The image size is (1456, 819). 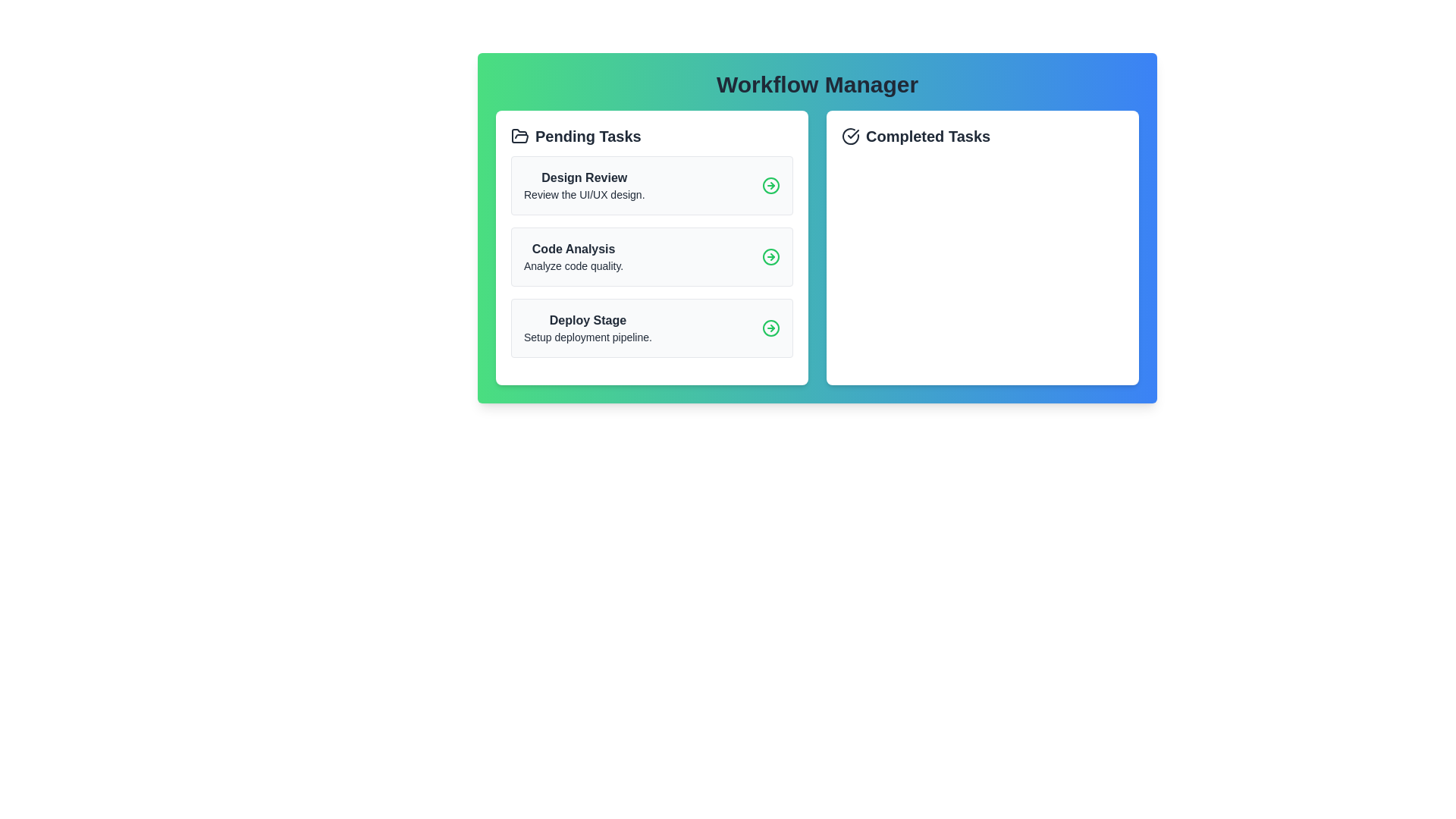 What do you see at coordinates (520, 136) in the screenshot?
I see `the 'Pending Tasks' icon, which is located in the header section, immediately to the left of the text 'Pending Tasks'` at bounding box center [520, 136].